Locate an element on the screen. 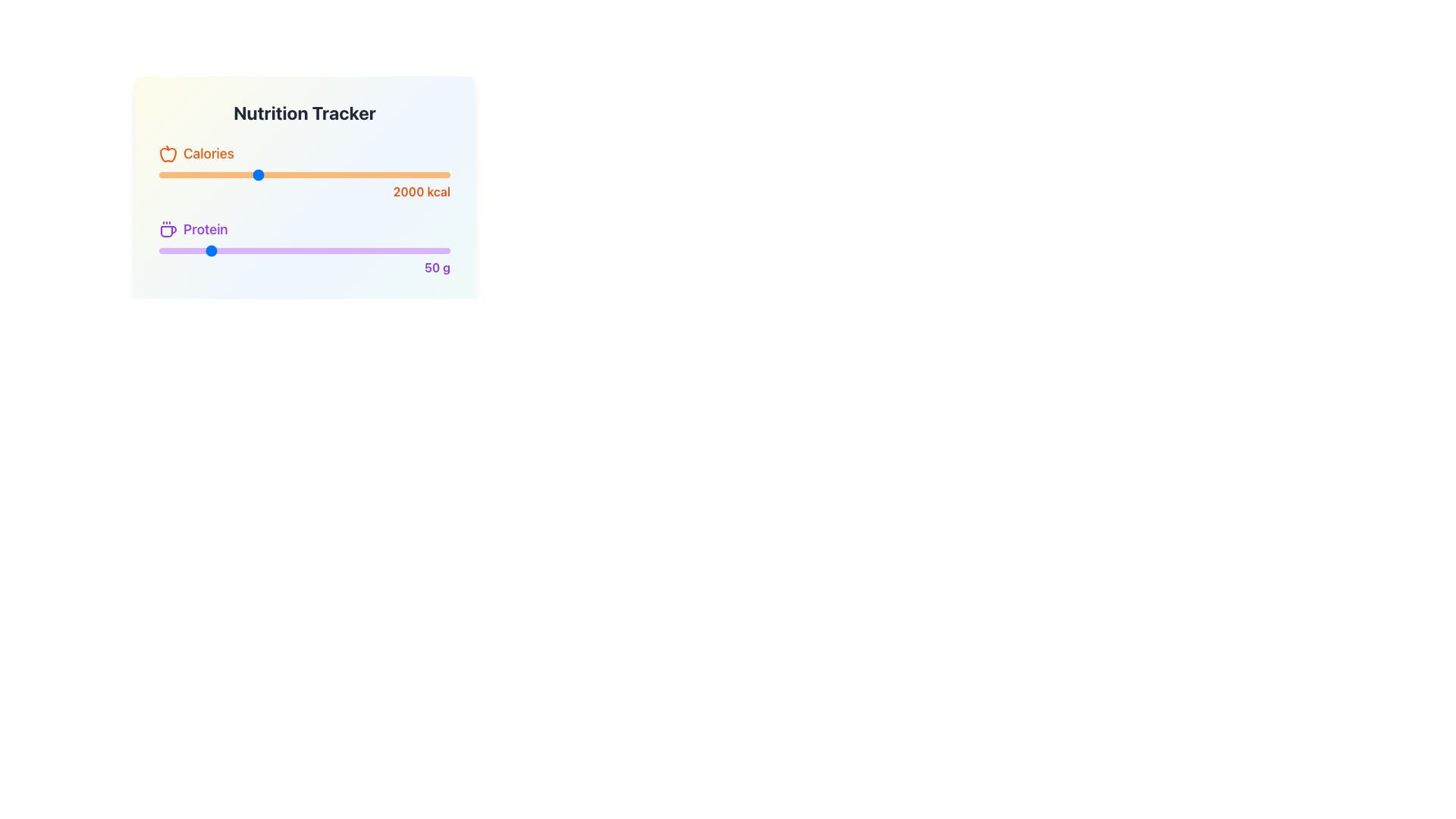 Image resolution: width=1456 pixels, height=819 pixels. protein quantity is located at coordinates (251, 250).